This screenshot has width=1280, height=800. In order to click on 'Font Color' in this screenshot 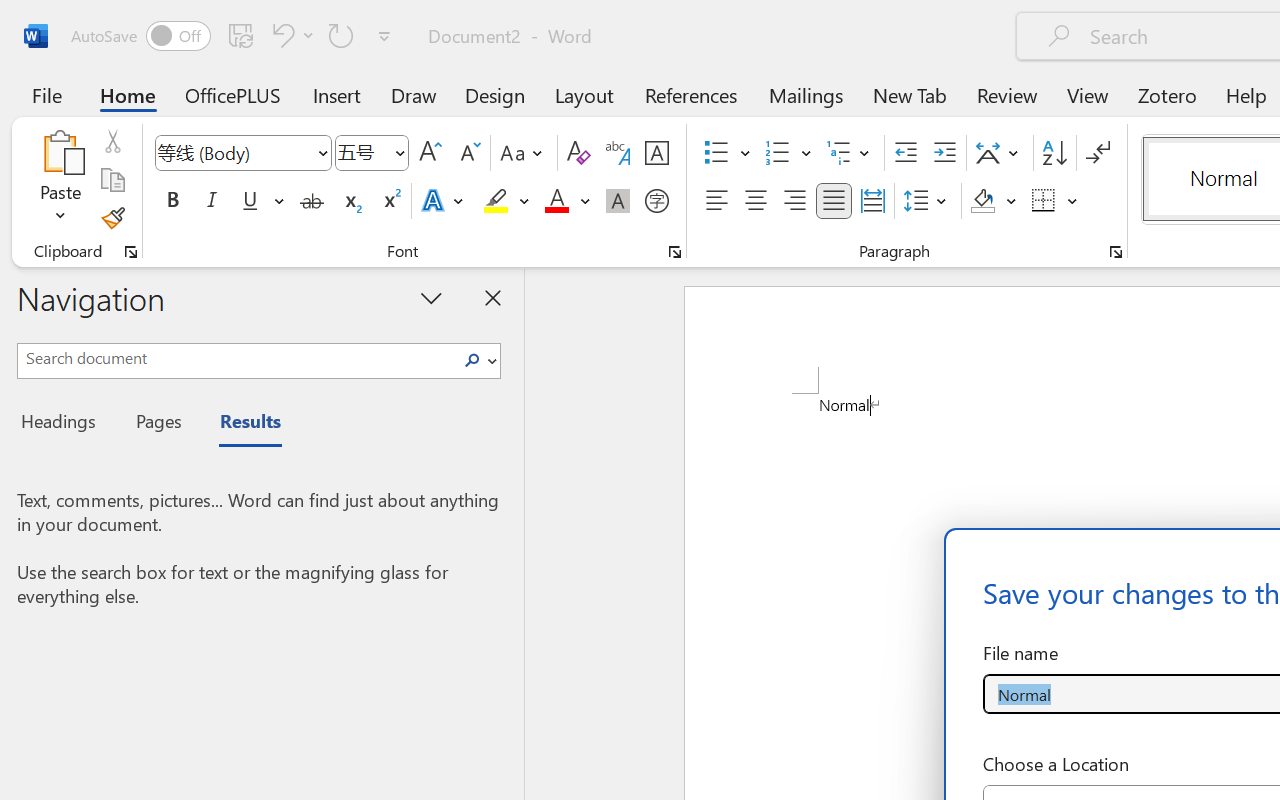, I will do `click(566, 201)`.